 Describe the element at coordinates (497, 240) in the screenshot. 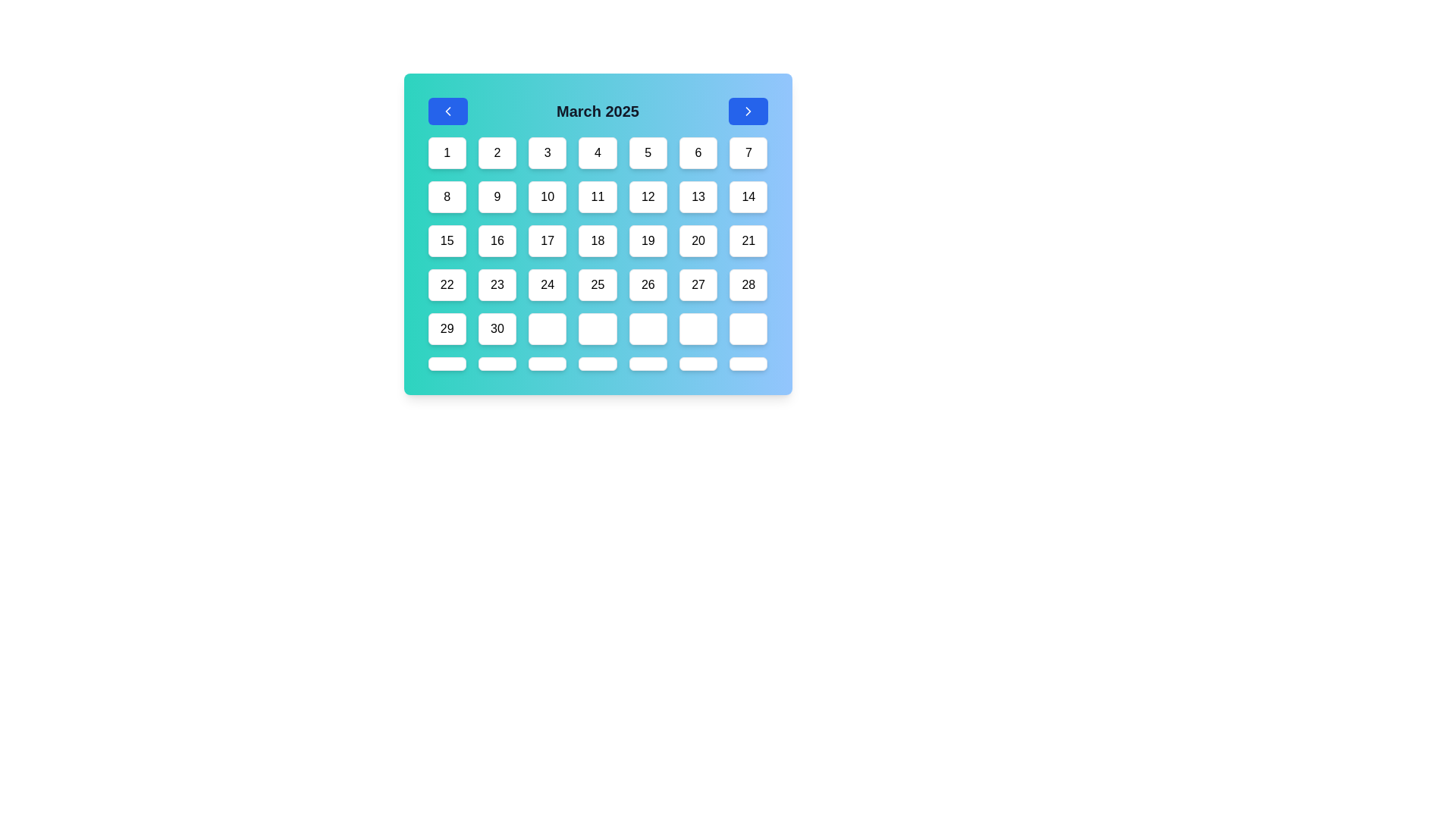

I see `the calendar date button for the 16th of March 2025, located in the third row and second column of the date grid` at that location.